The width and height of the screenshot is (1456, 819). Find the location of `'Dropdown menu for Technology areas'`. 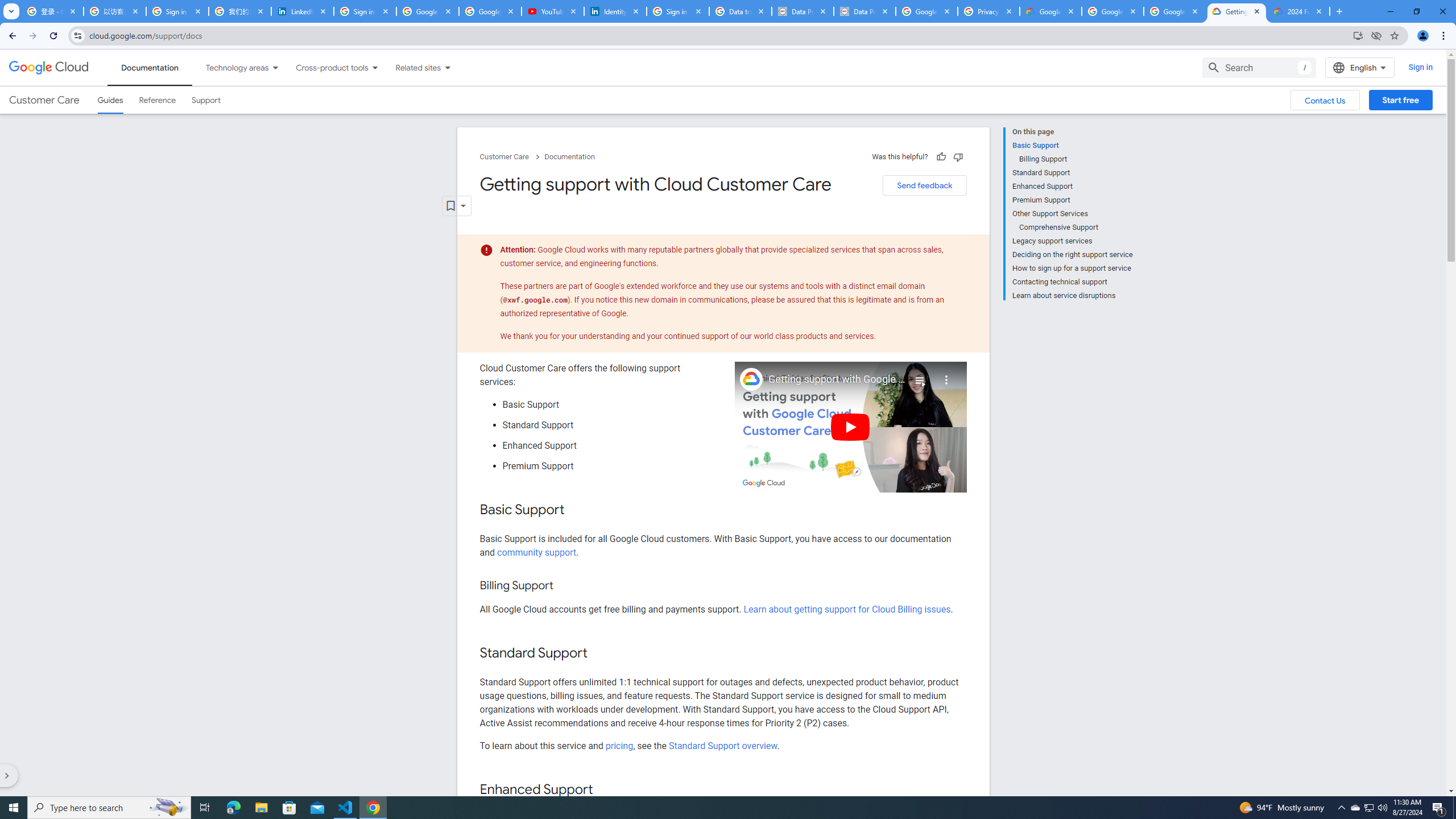

'Dropdown menu for Technology areas' is located at coordinates (274, 67).